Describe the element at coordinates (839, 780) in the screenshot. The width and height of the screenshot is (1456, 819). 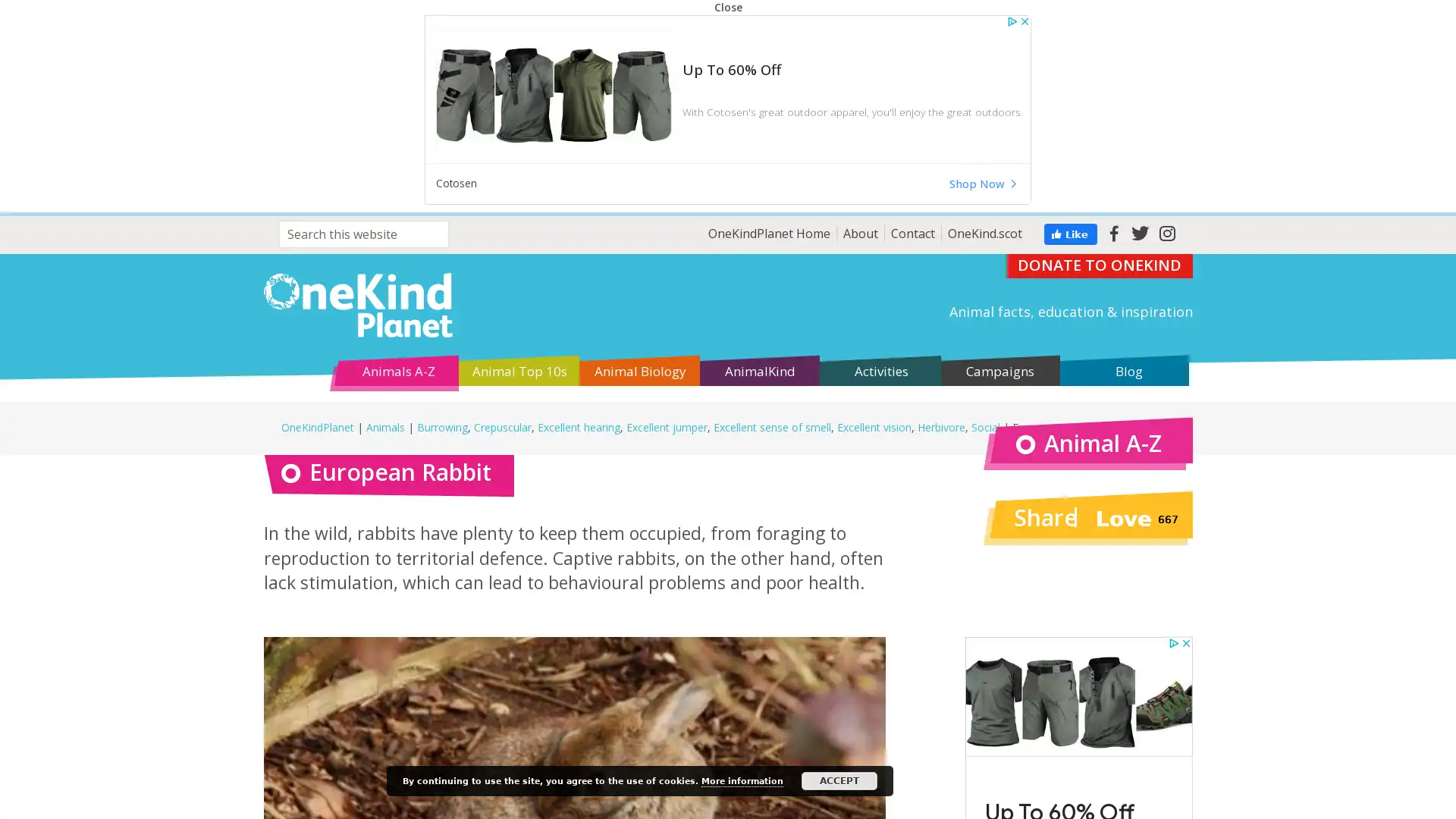
I see `ACCEPT` at that location.